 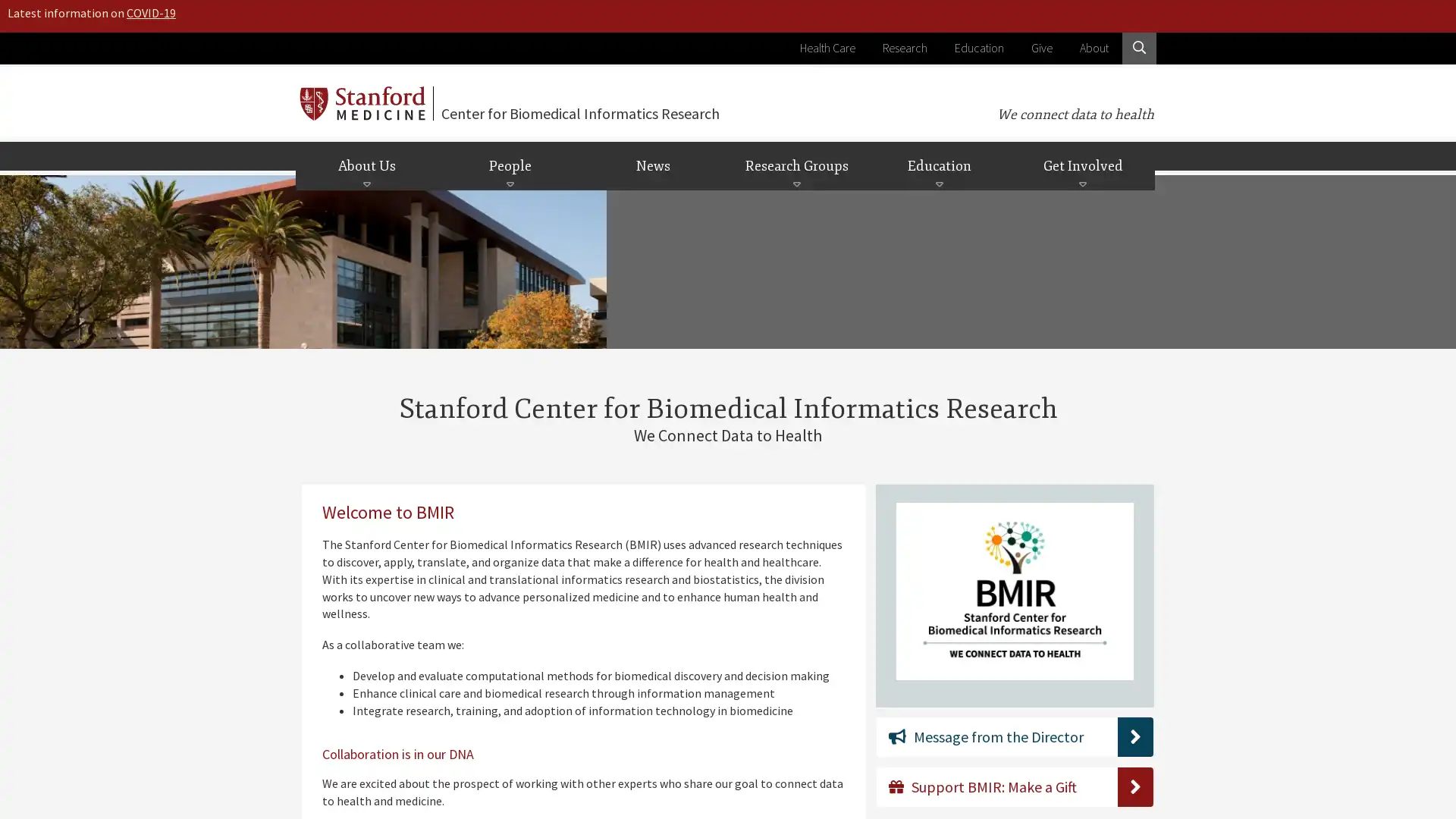 I want to click on open, so click(x=795, y=184).